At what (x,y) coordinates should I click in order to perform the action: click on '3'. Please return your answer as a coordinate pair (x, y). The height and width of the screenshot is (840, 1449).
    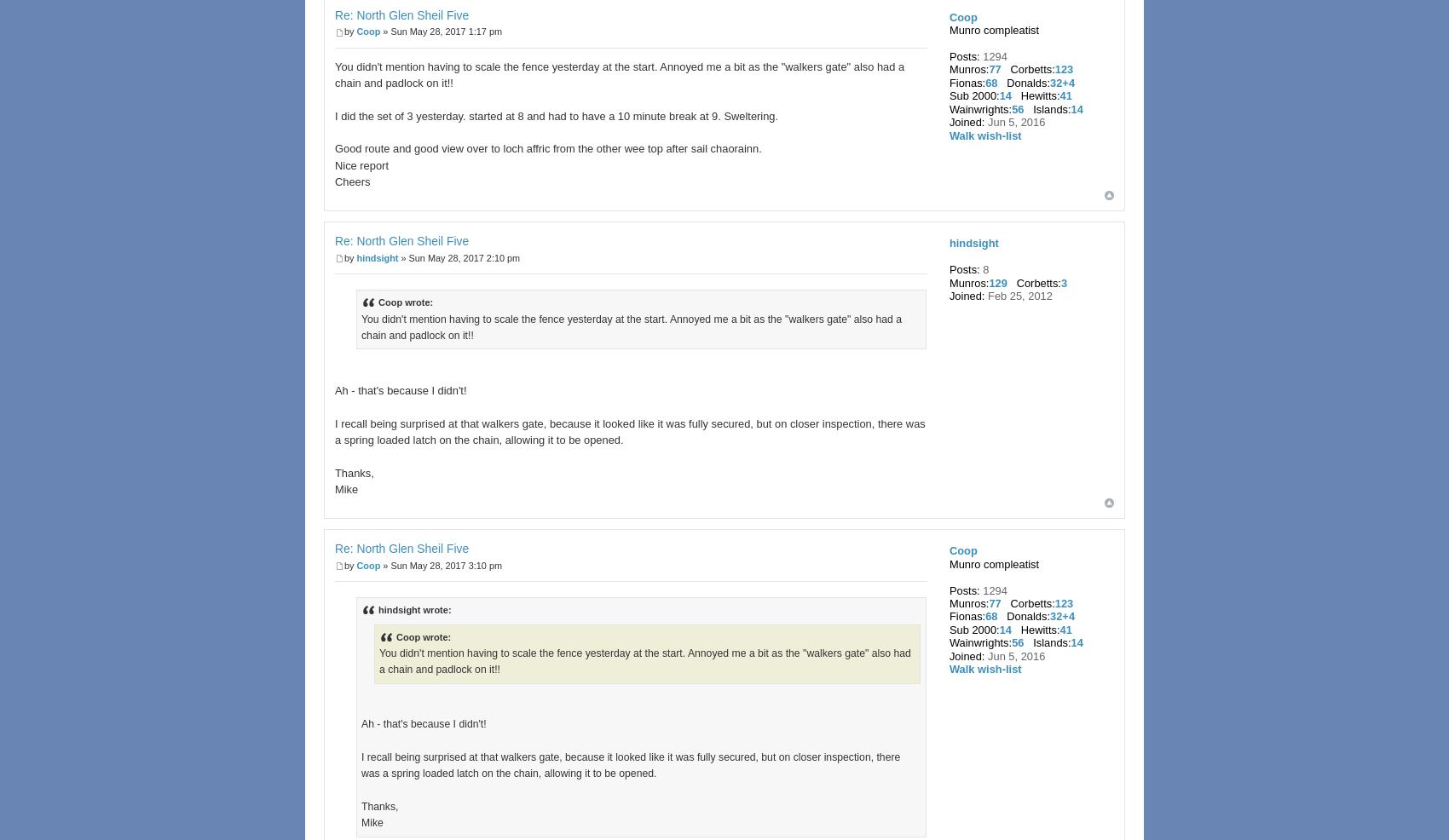
    Looking at the image, I should click on (1062, 281).